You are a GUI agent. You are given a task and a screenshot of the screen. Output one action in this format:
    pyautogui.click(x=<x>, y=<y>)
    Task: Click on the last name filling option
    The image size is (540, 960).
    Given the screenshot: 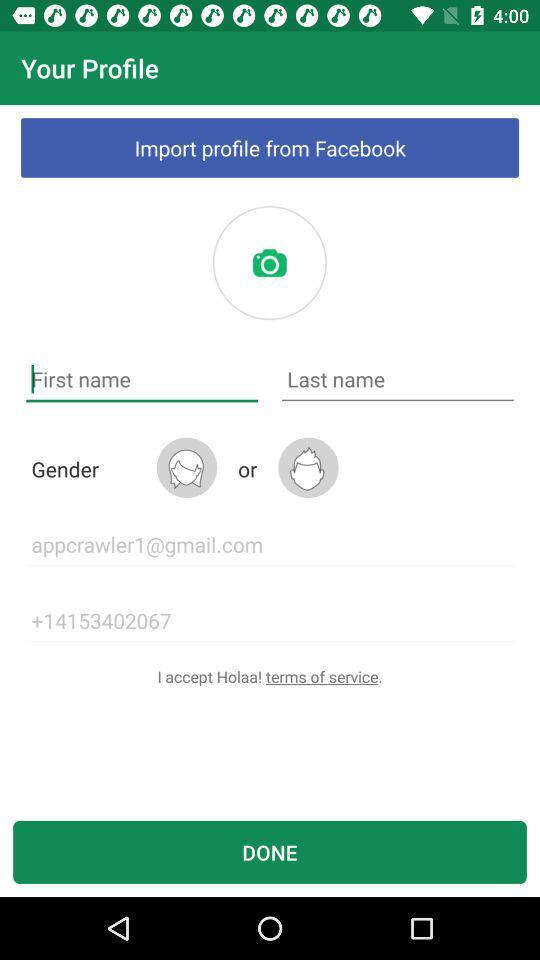 What is the action you would take?
    pyautogui.click(x=397, y=378)
    